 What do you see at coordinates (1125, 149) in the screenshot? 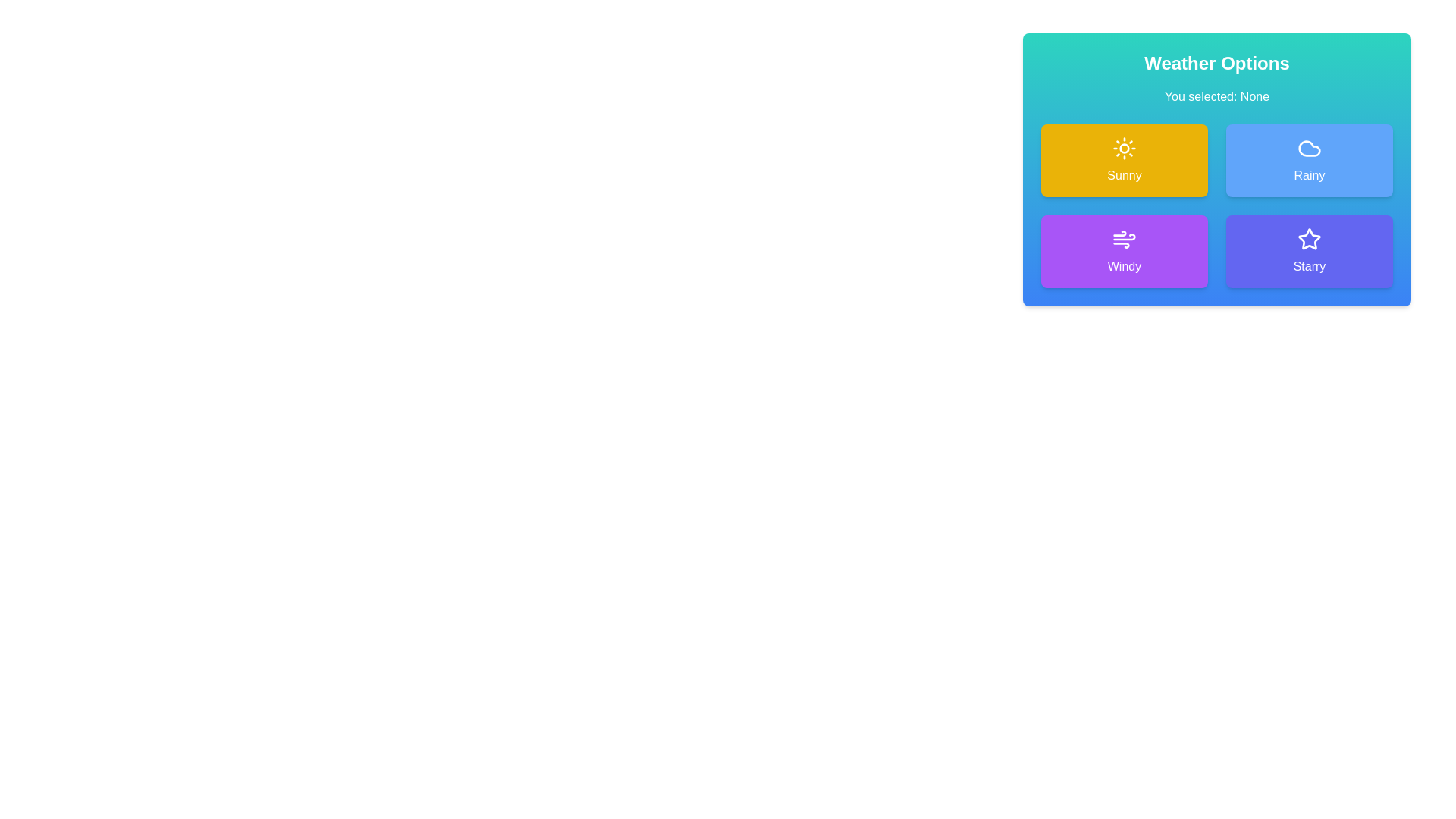
I see `the 'Sunny' weather icon, which is centered on the yellow button in the top-left quadrant of the weather options grid` at bounding box center [1125, 149].